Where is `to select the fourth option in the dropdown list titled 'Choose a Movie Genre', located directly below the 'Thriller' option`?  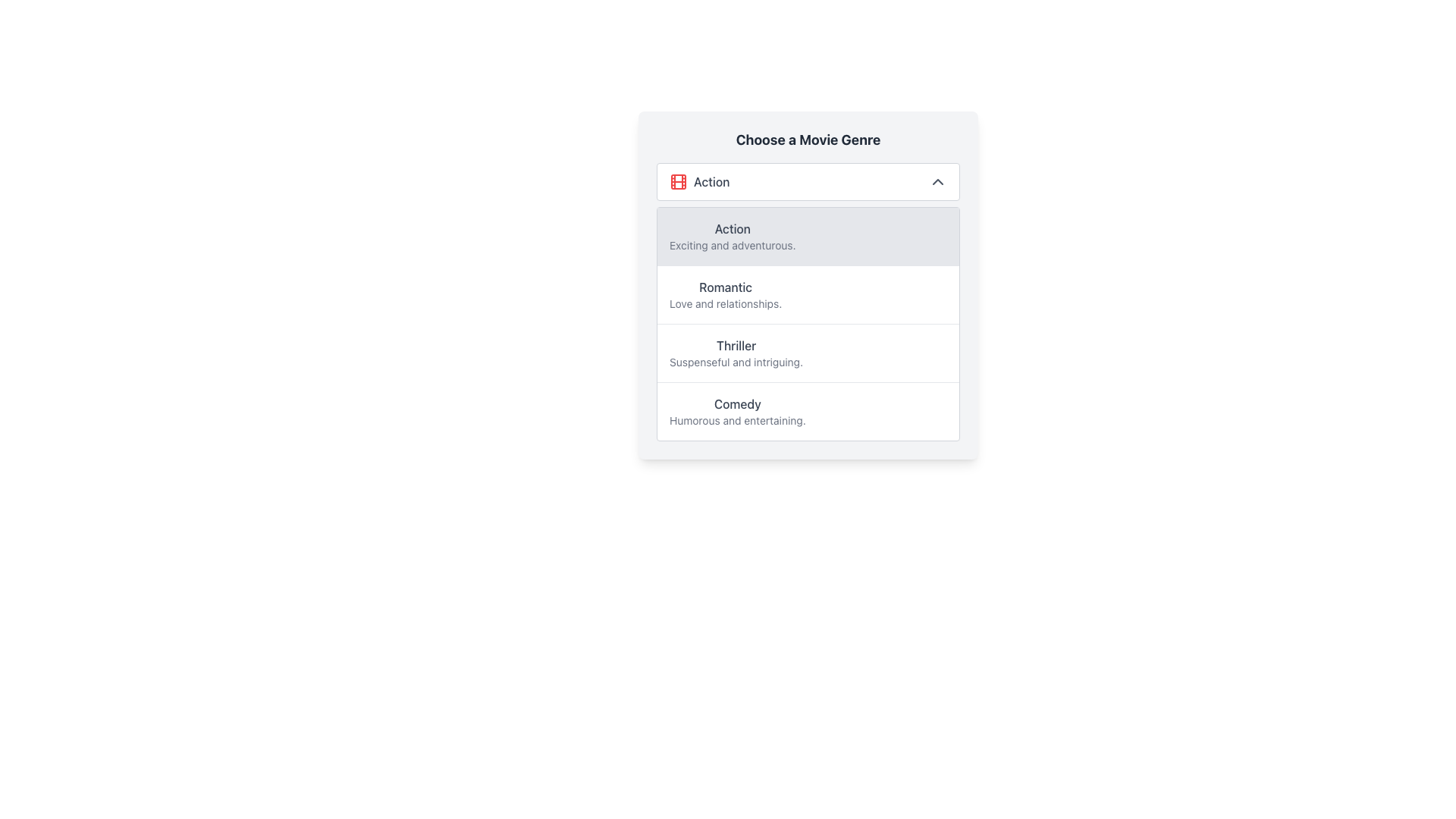 to select the fourth option in the dropdown list titled 'Choose a Movie Genre', located directly below the 'Thriller' option is located at coordinates (737, 412).